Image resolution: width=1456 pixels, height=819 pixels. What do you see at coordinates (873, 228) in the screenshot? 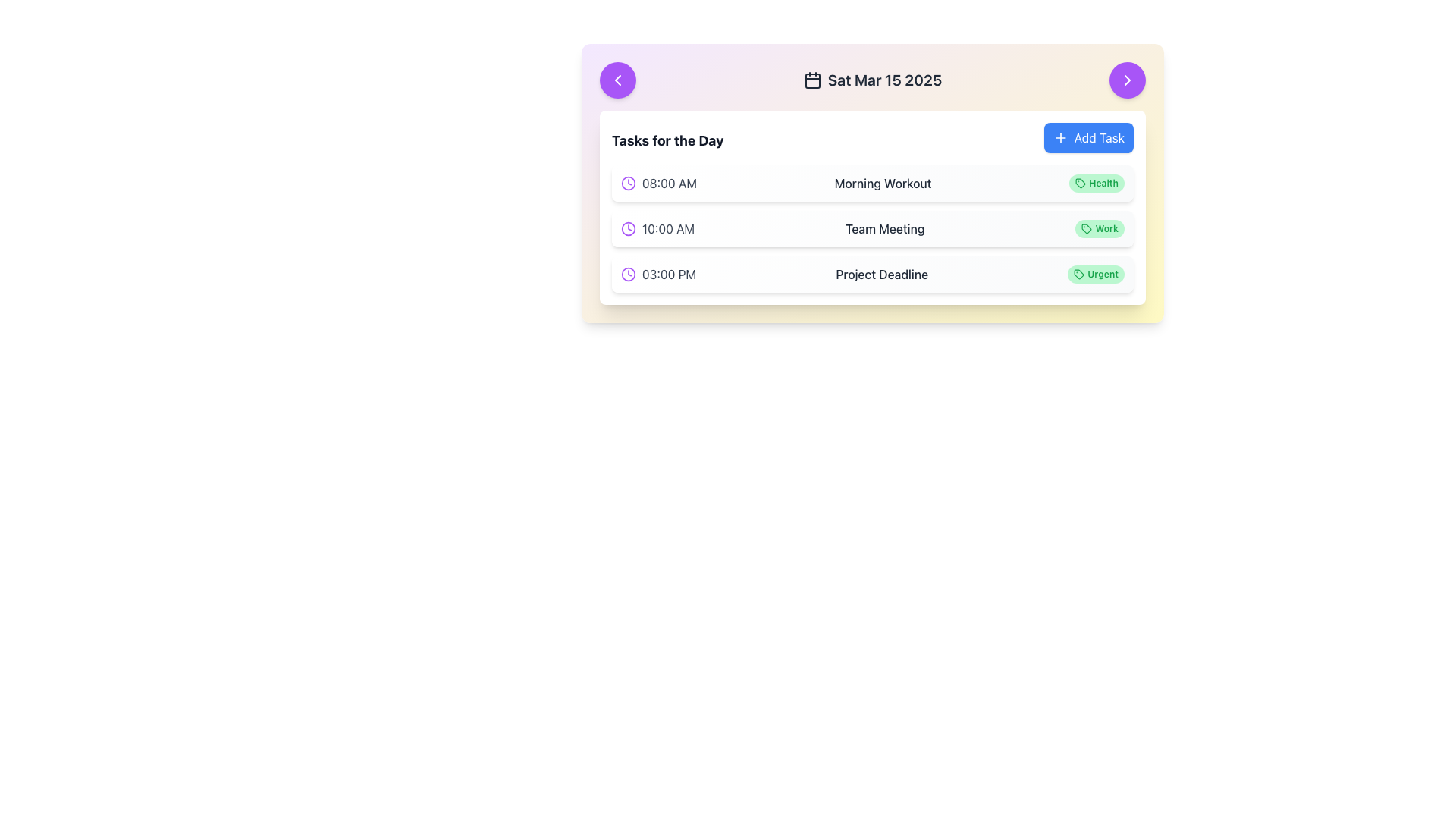
I see `the vertical list of tasks for the day, which displays an overview including the time, name, and category of each task, to possibly reveal more details` at bounding box center [873, 228].